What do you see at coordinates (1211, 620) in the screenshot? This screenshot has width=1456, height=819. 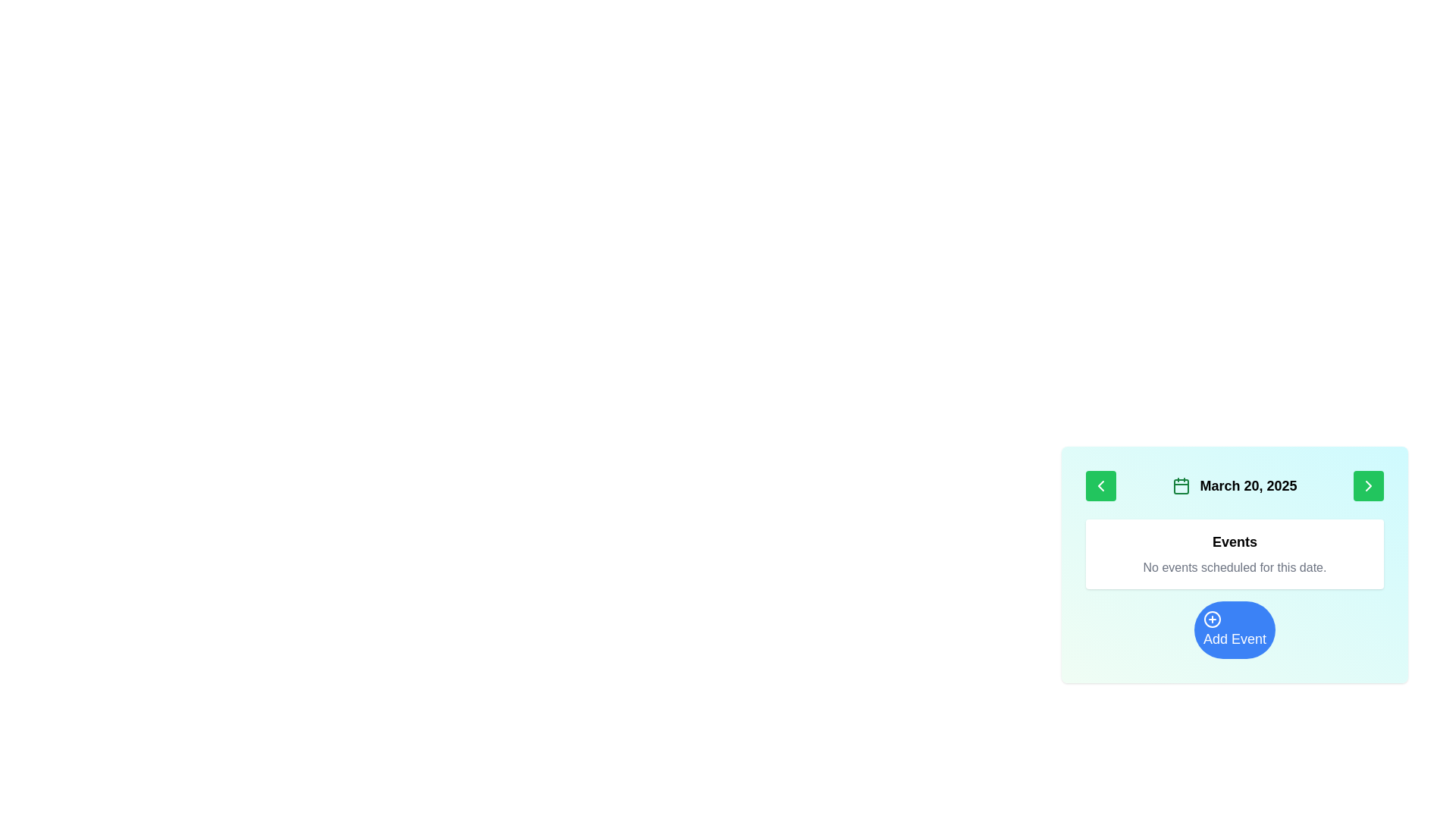 I see `the circular outline icon within the 'Add Event' button located below the 'Events' label and list area` at bounding box center [1211, 620].